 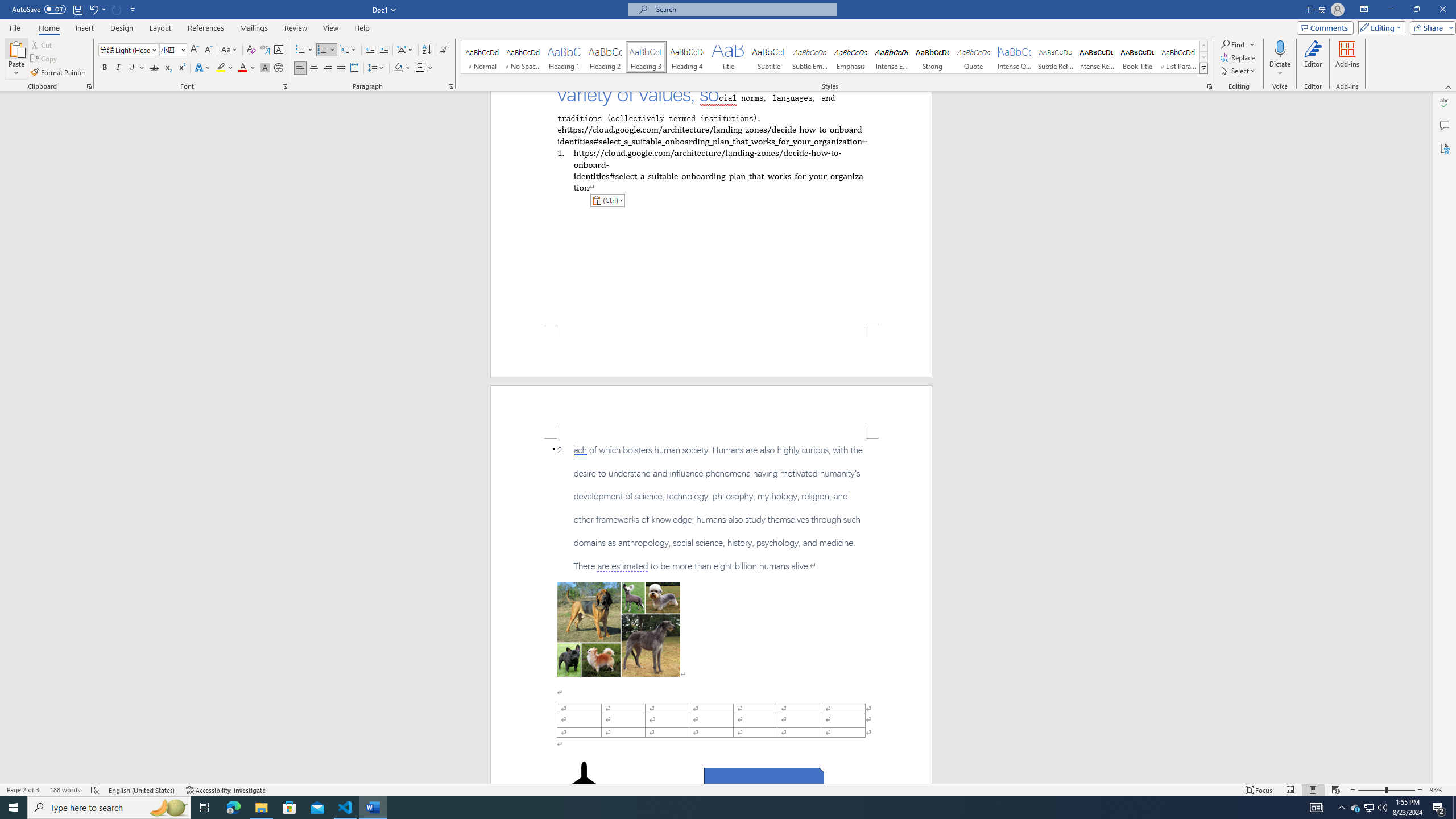 What do you see at coordinates (141, 790) in the screenshot?
I see `'Language English (United States)'` at bounding box center [141, 790].